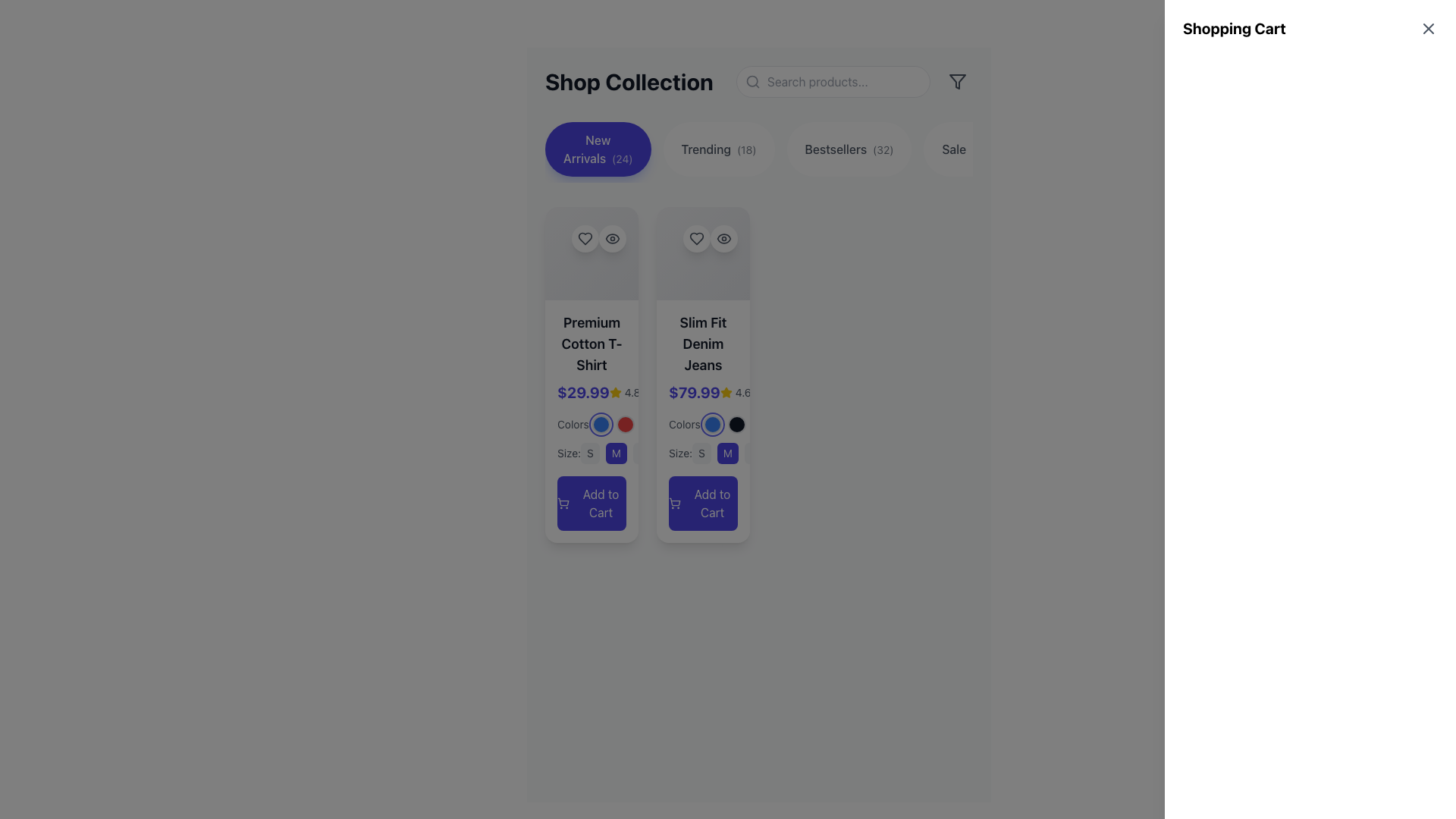  What do you see at coordinates (753, 82) in the screenshot?
I see `the search icon located to the left inside the search input box, which symbolizes the search functionality` at bounding box center [753, 82].